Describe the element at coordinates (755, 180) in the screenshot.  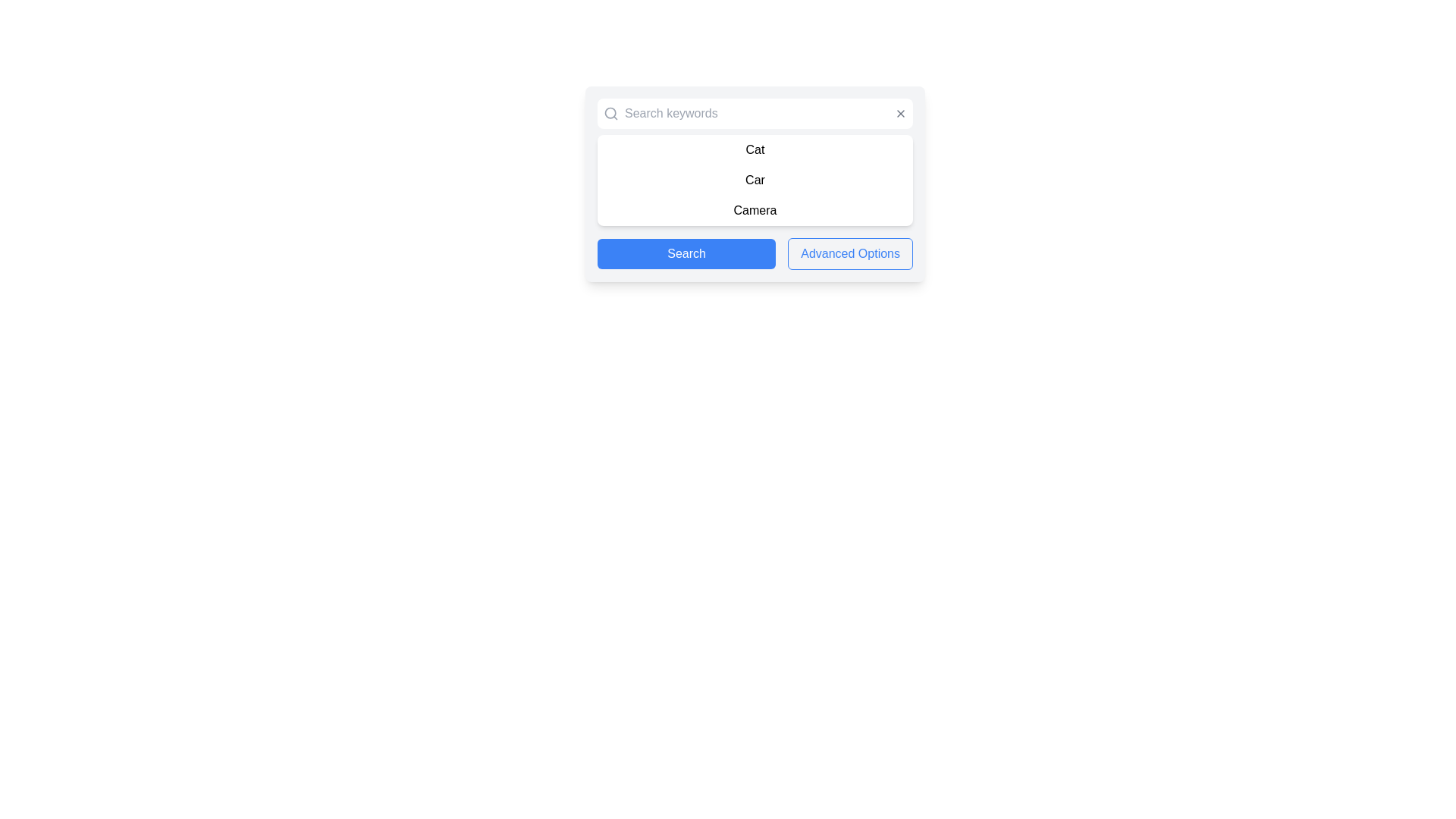
I see `the second item in the selectable list` at that location.